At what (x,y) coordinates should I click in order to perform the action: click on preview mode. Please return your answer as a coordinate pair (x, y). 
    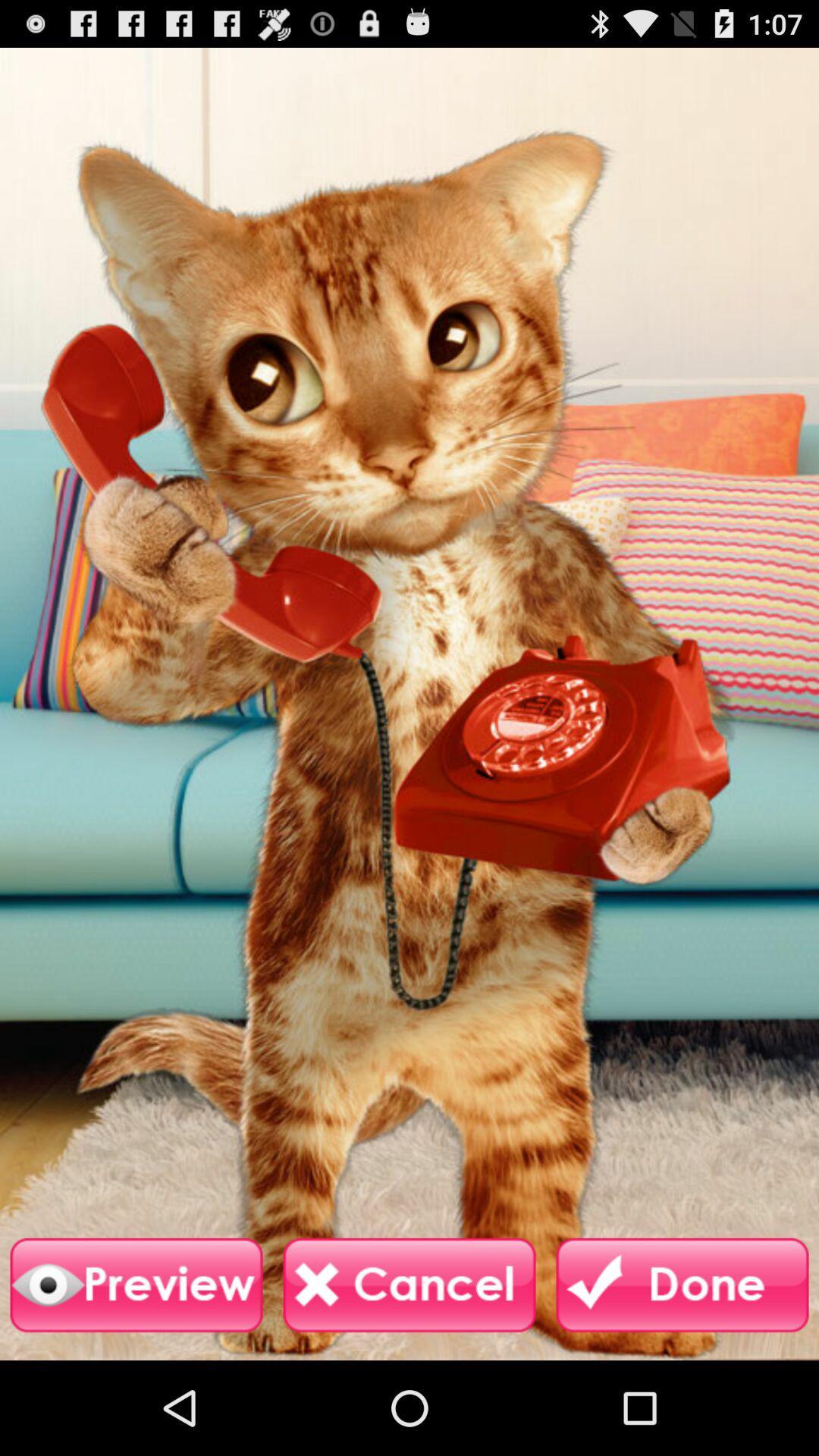
    Looking at the image, I should click on (136, 1285).